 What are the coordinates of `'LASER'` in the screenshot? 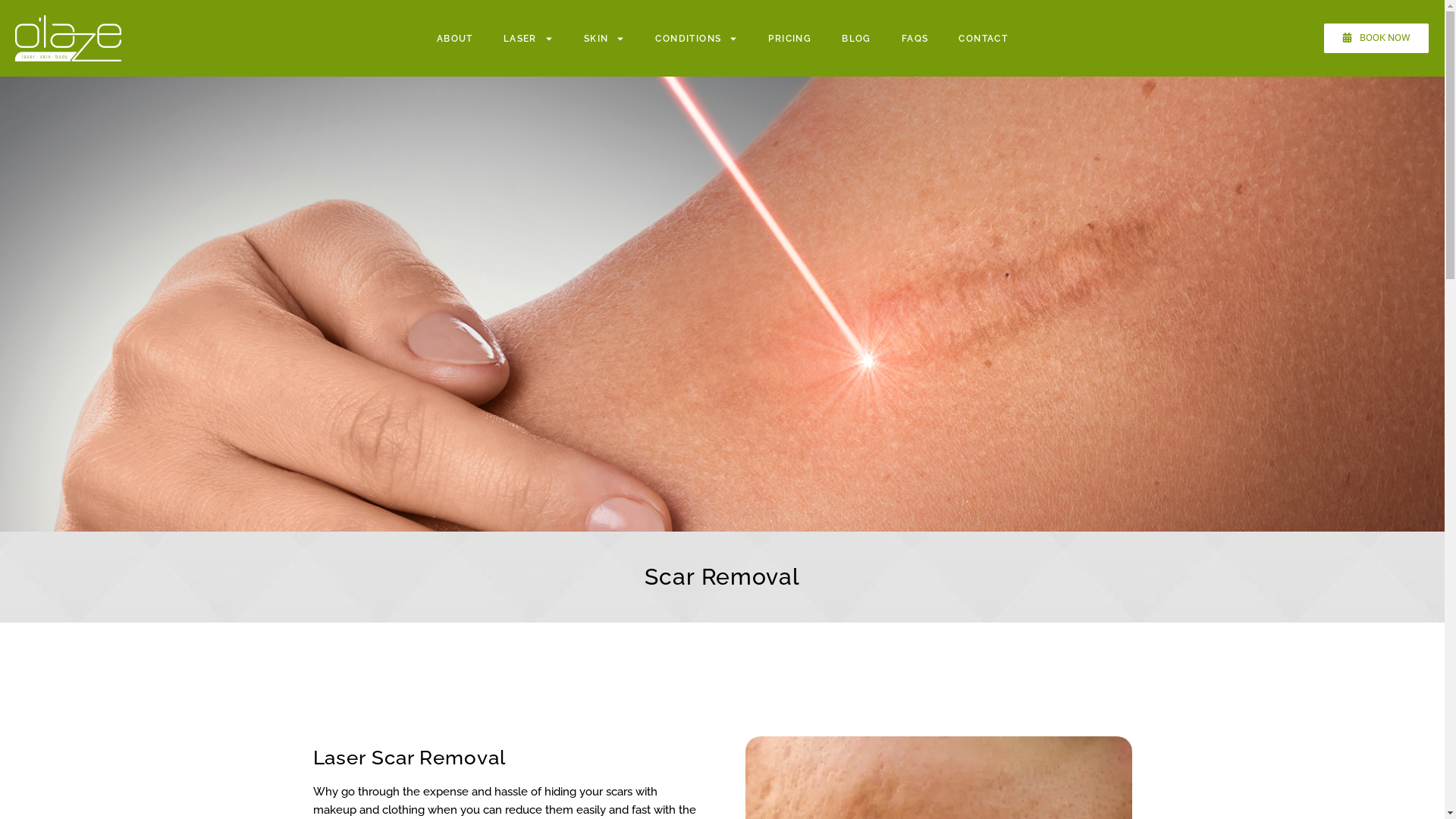 It's located at (528, 37).